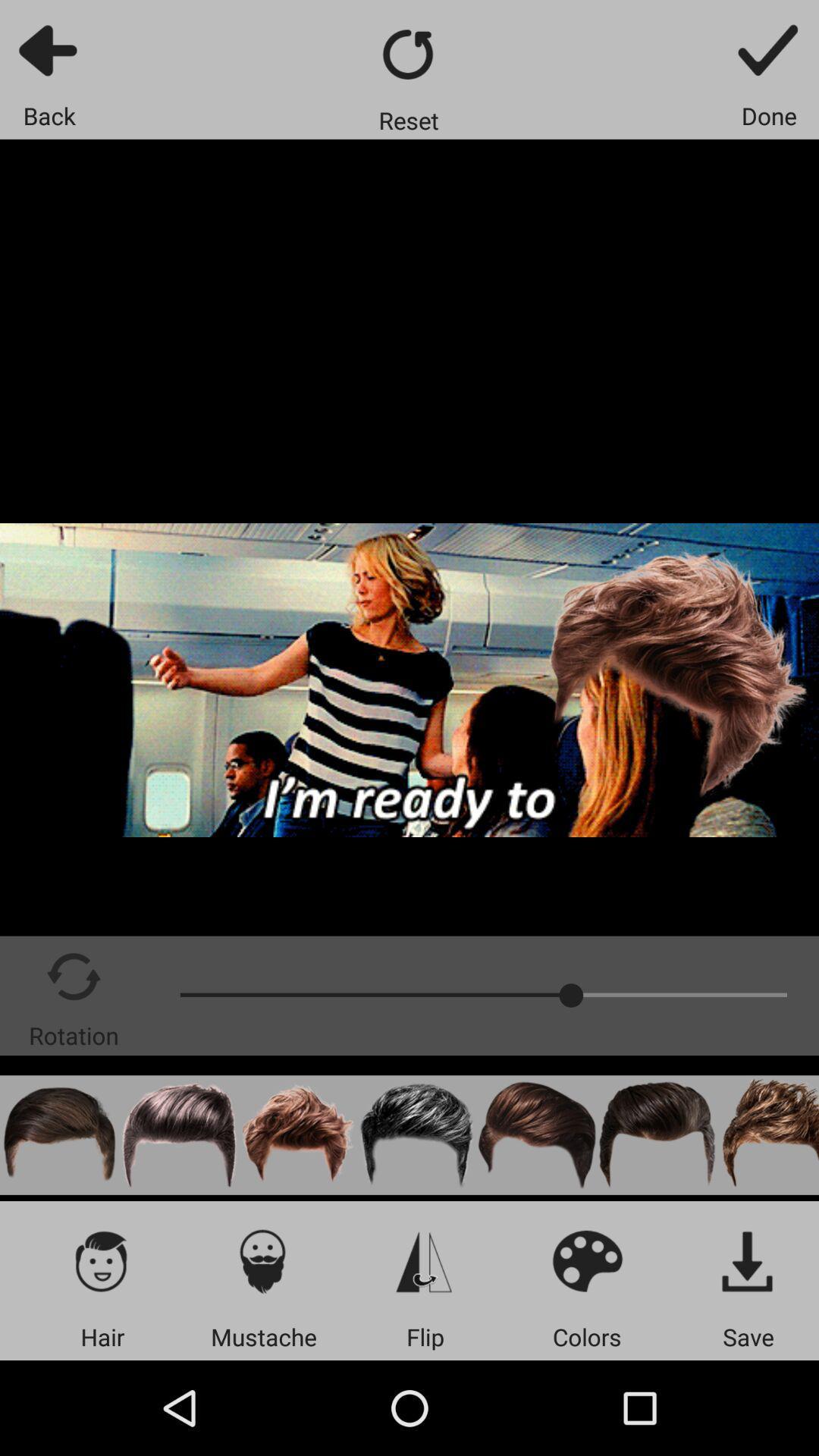  Describe the element at coordinates (769, 49) in the screenshot. I see `the icon above the done item` at that location.